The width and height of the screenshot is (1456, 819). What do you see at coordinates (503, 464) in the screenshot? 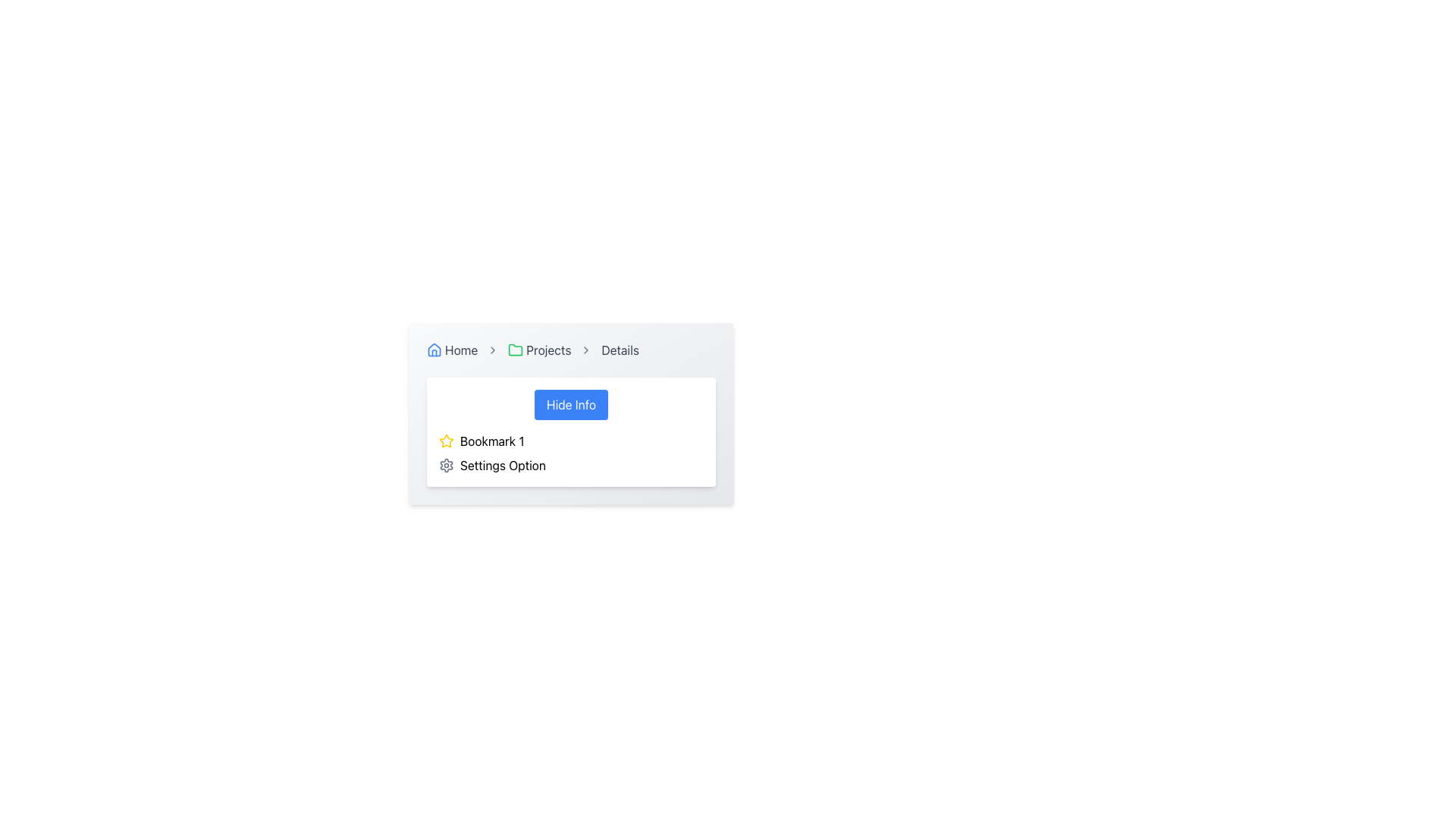
I see `text of the settings option label located at the bottom left of the main content area, positioned to the right of a settings icon` at bounding box center [503, 464].